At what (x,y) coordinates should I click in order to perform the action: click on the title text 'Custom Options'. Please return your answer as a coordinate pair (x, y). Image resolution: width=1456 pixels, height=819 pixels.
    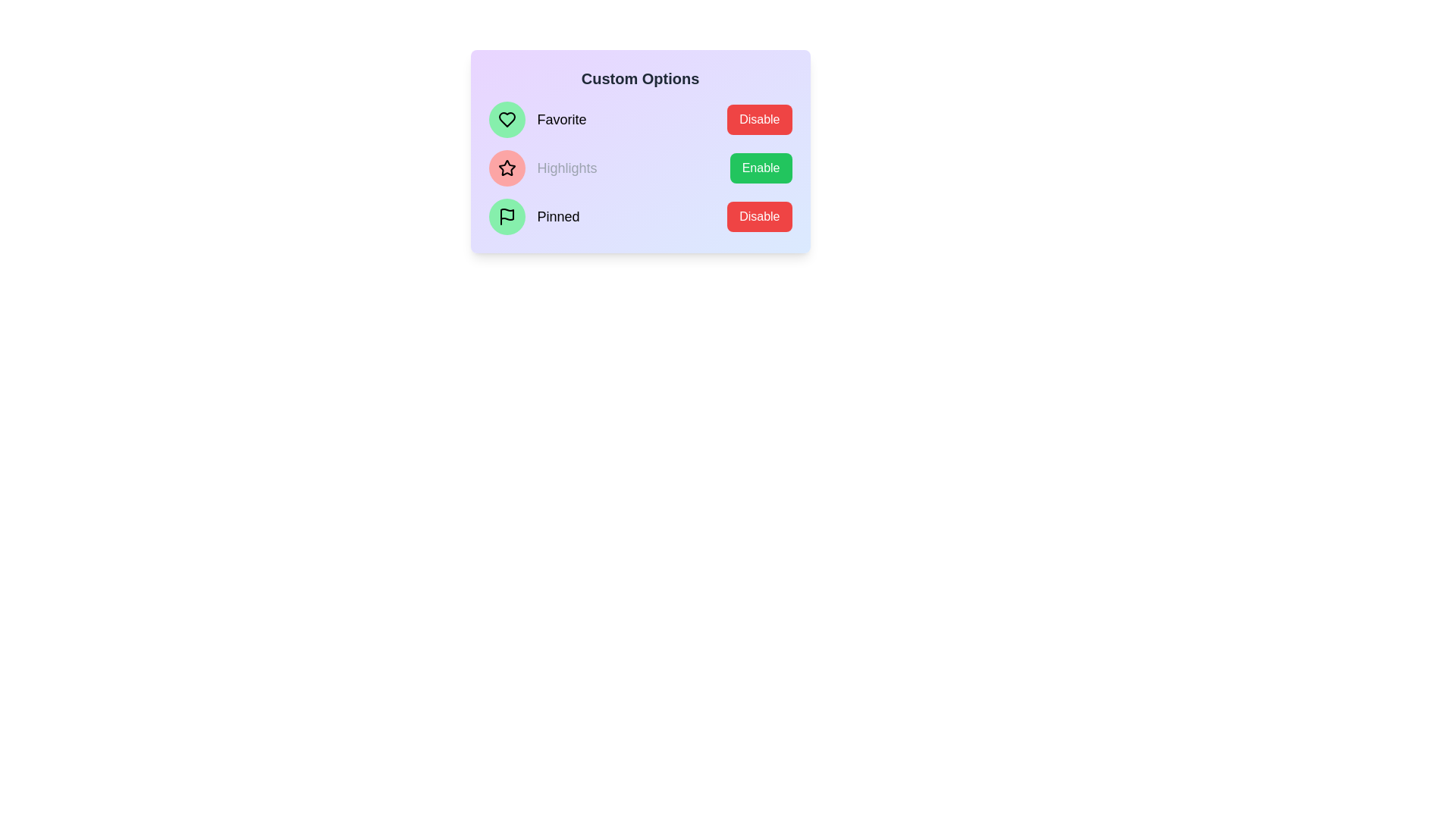
    Looking at the image, I should click on (640, 79).